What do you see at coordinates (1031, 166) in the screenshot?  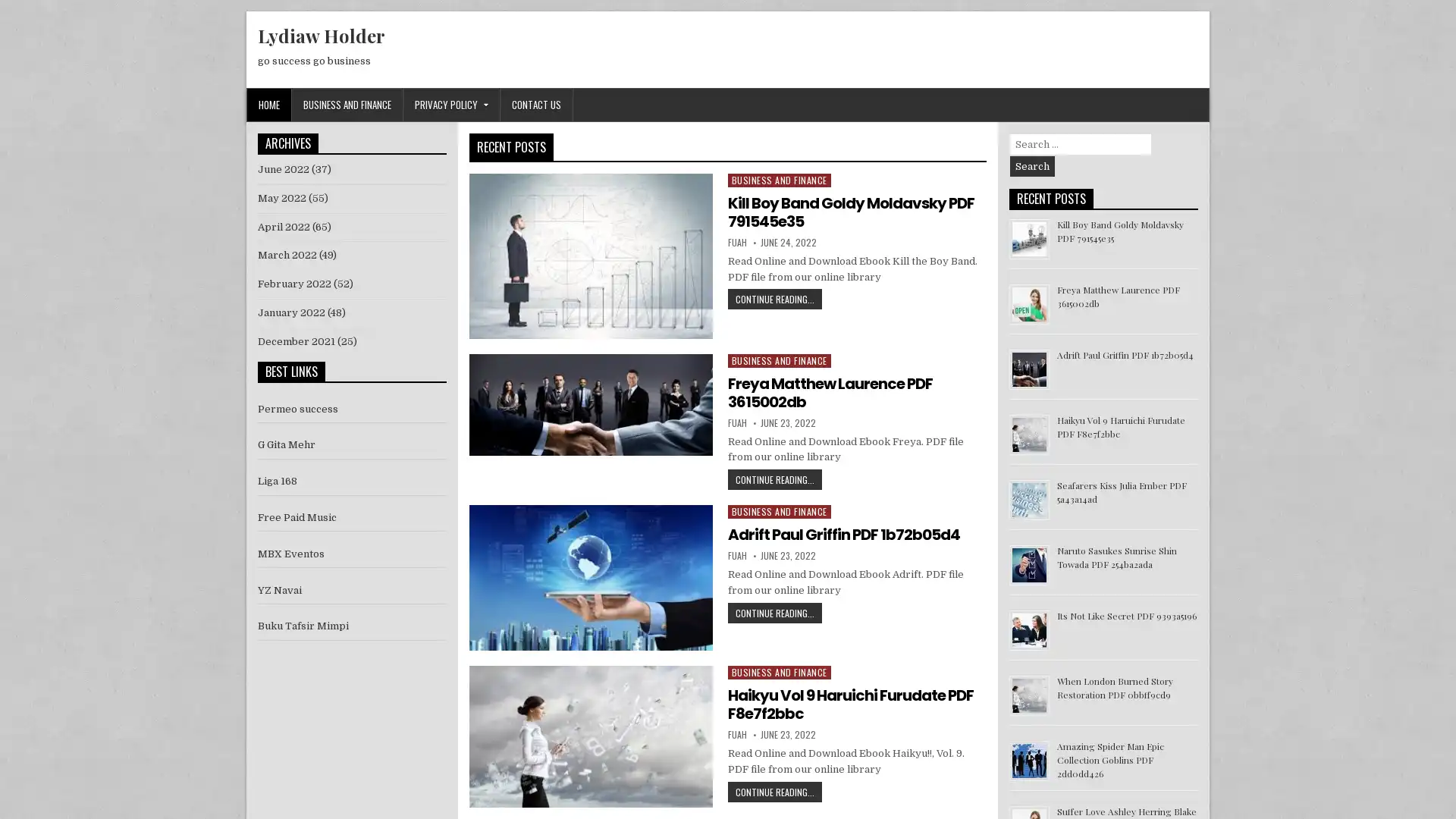 I see `Search` at bounding box center [1031, 166].